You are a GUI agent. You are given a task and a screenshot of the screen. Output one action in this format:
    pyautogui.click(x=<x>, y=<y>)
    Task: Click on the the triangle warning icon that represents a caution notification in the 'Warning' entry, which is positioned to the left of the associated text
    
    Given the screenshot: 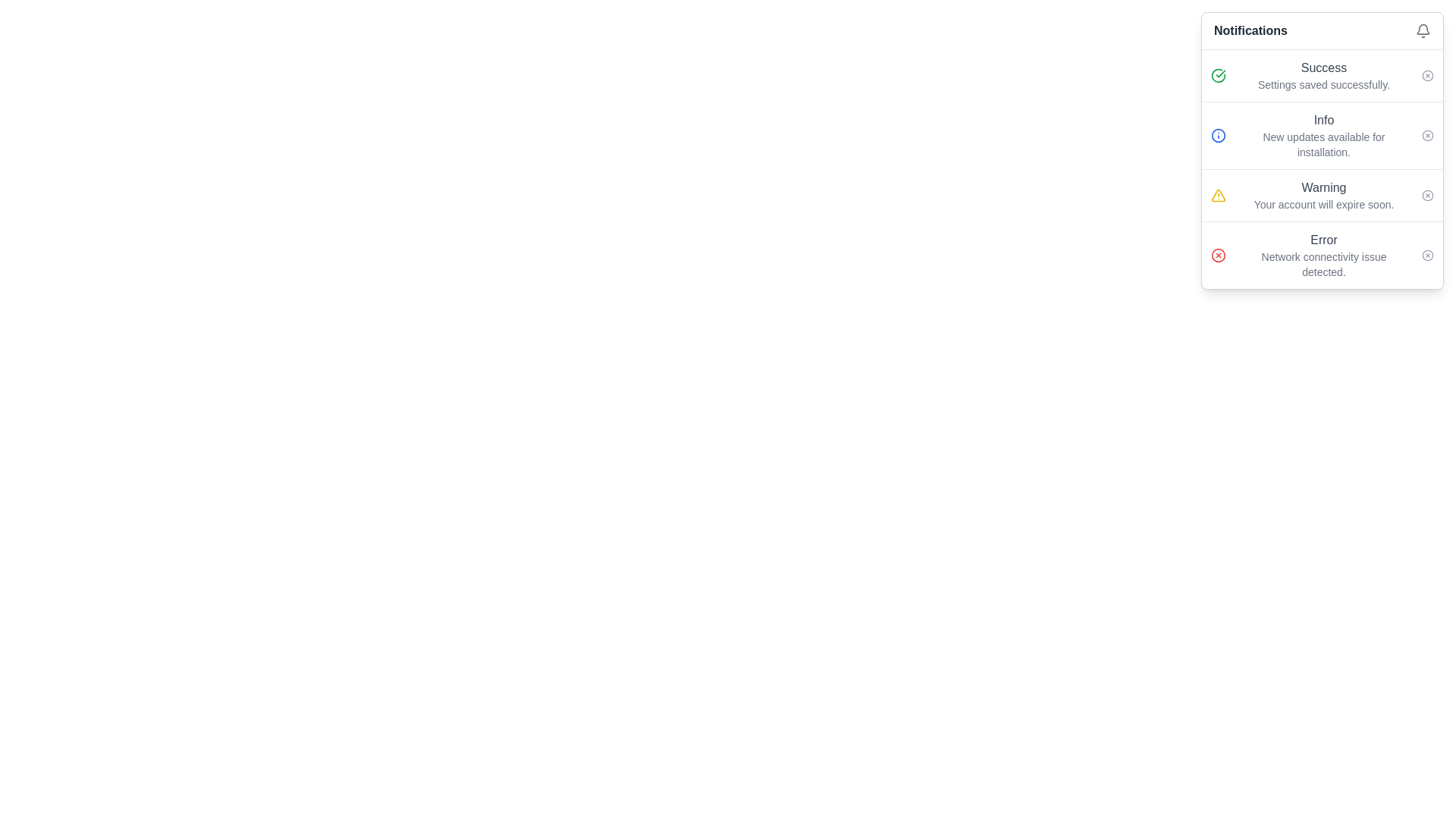 What is the action you would take?
    pyautogui.click(x=1219, y=195)
    